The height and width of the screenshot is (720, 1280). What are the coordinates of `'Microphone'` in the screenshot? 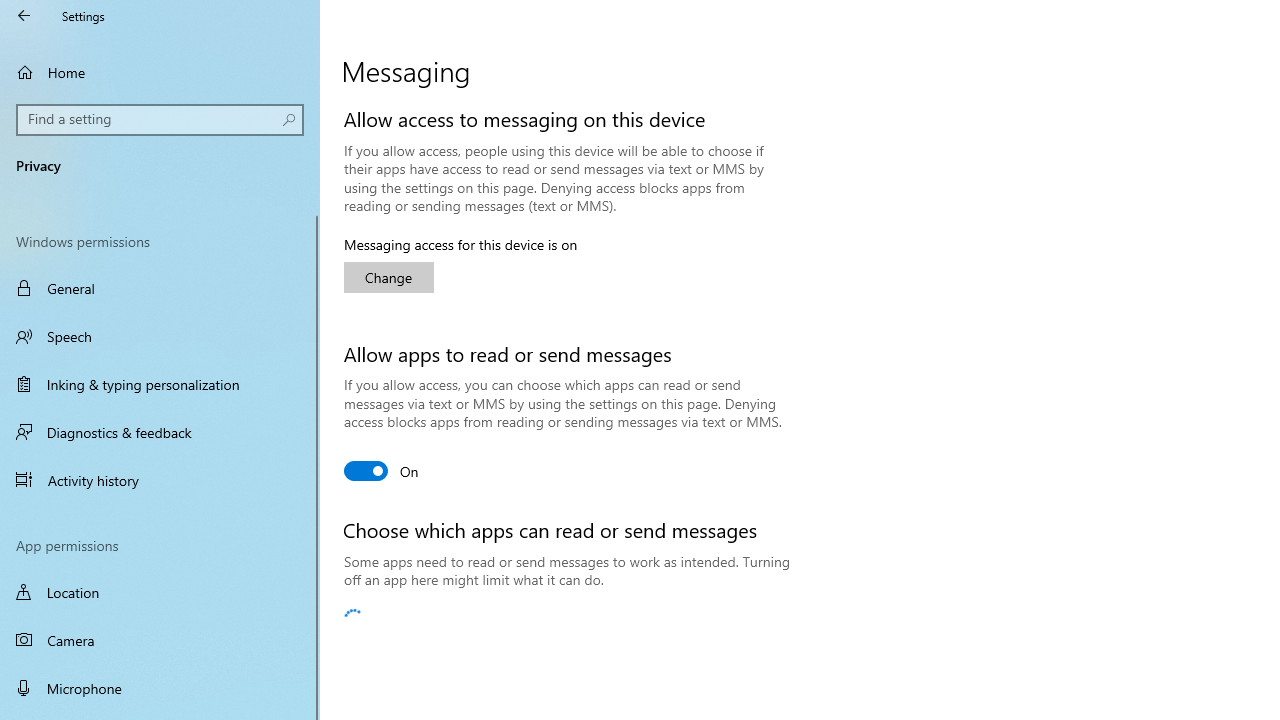 It's located at (160, 686).